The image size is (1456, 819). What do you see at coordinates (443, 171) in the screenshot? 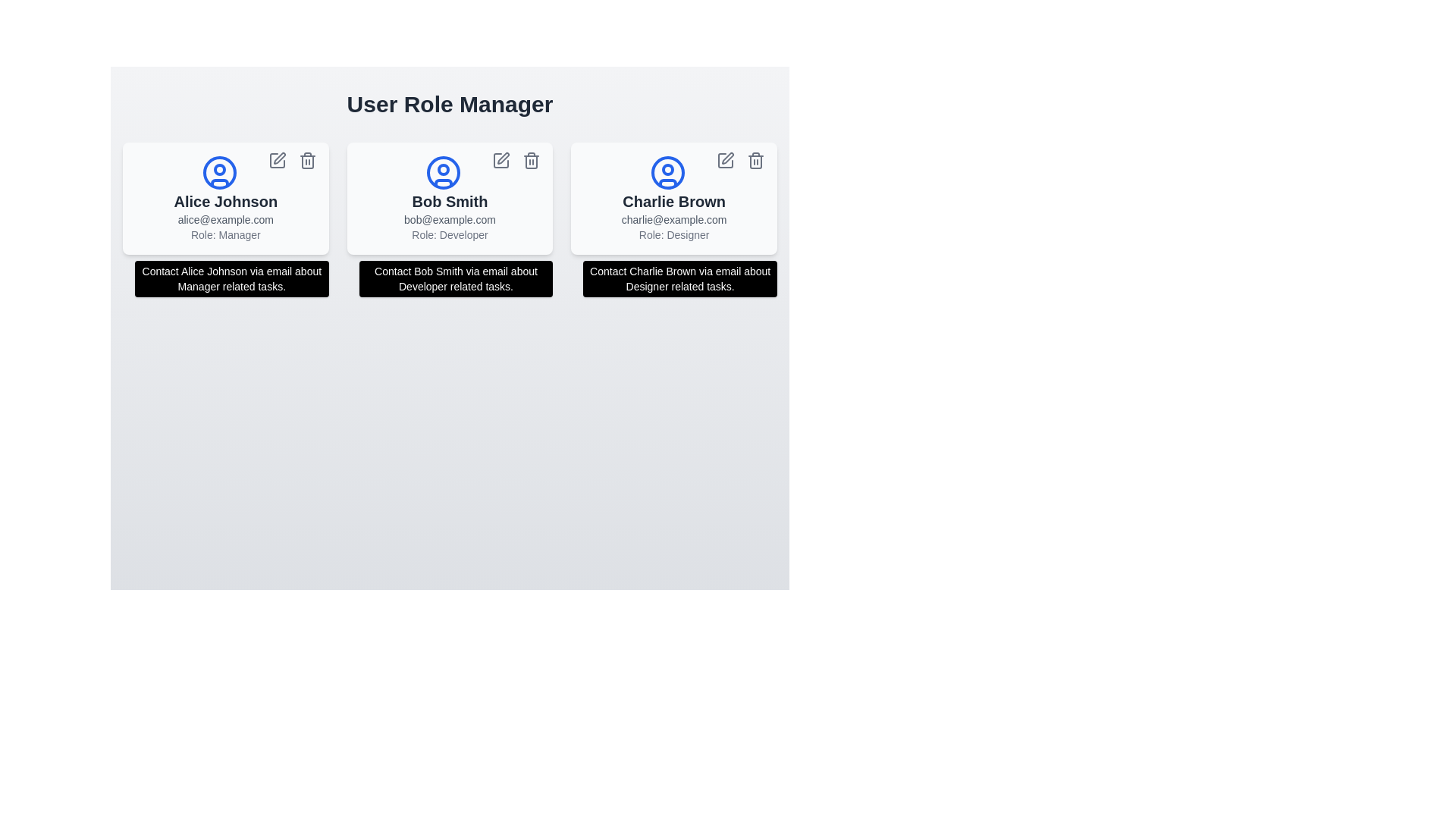
I see `the circular user profile icon with a blue border located above the text 'Bob Smith' in the middle card` at bounding box center [443, 171].